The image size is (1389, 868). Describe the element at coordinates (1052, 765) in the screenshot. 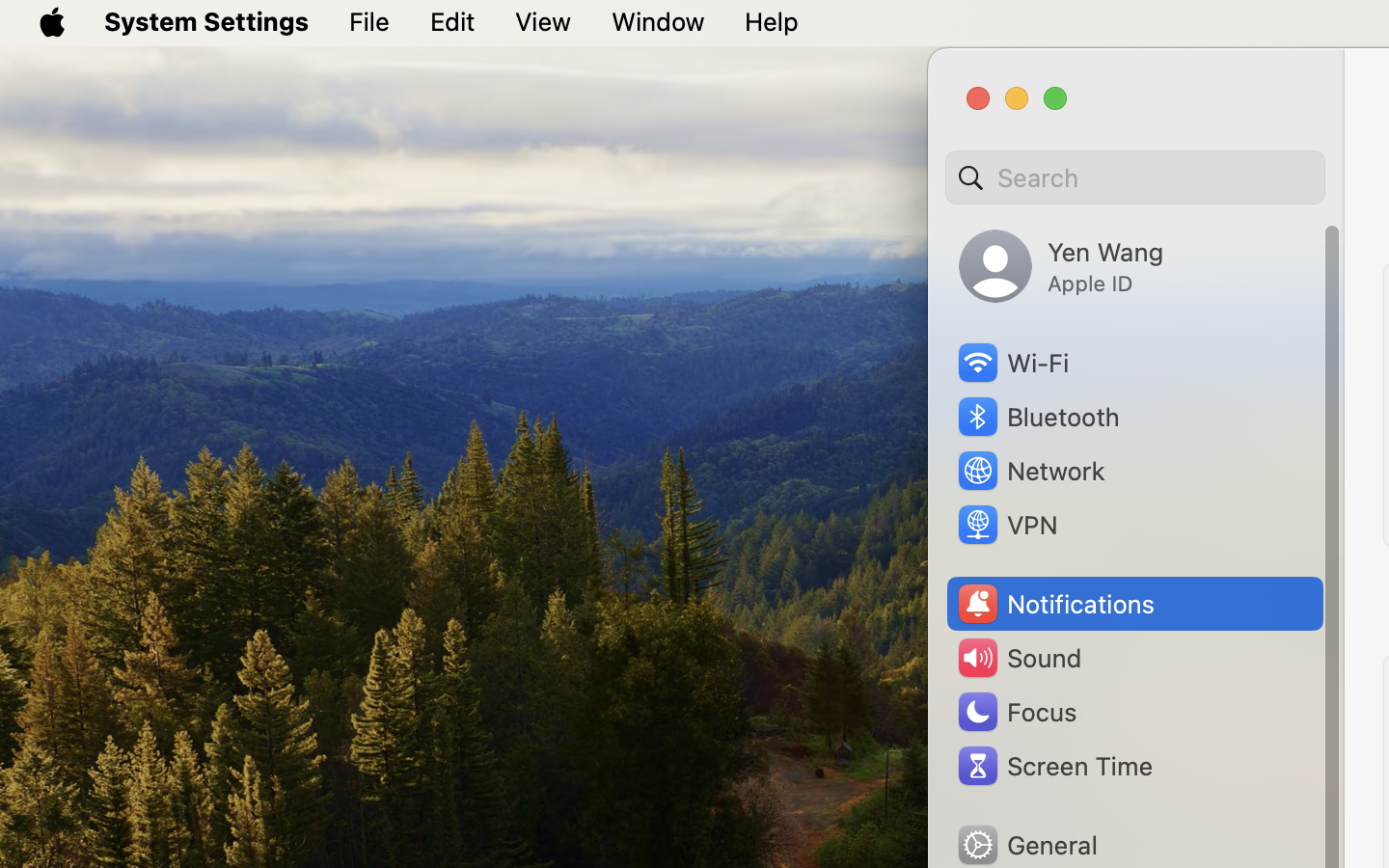

I see `'Screen Time'` at that location.